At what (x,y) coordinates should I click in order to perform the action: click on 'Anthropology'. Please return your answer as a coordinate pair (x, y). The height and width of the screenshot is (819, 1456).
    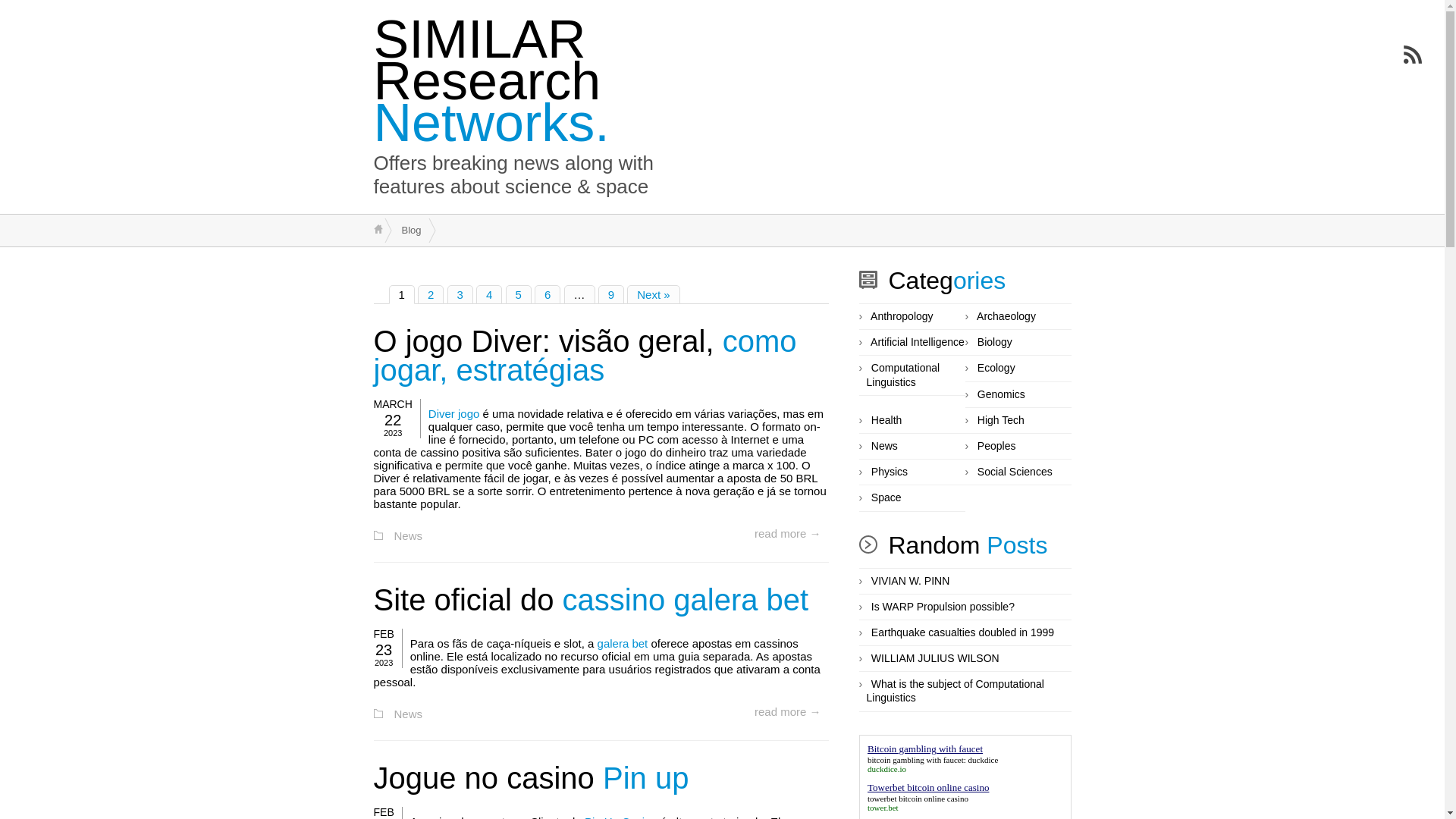
    Looking at the image, I should click on (902, 315).